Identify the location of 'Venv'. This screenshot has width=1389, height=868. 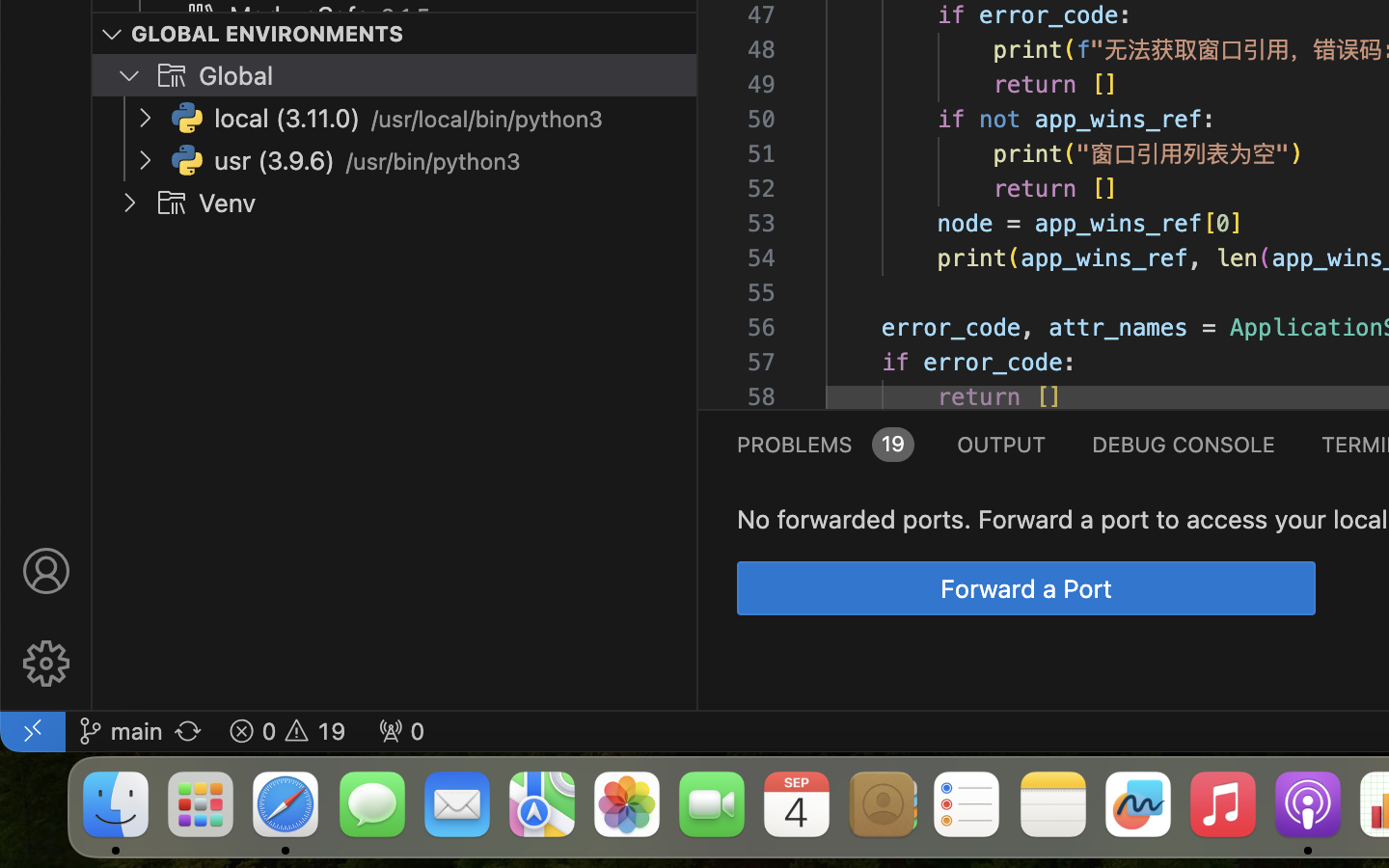
(228, 203).